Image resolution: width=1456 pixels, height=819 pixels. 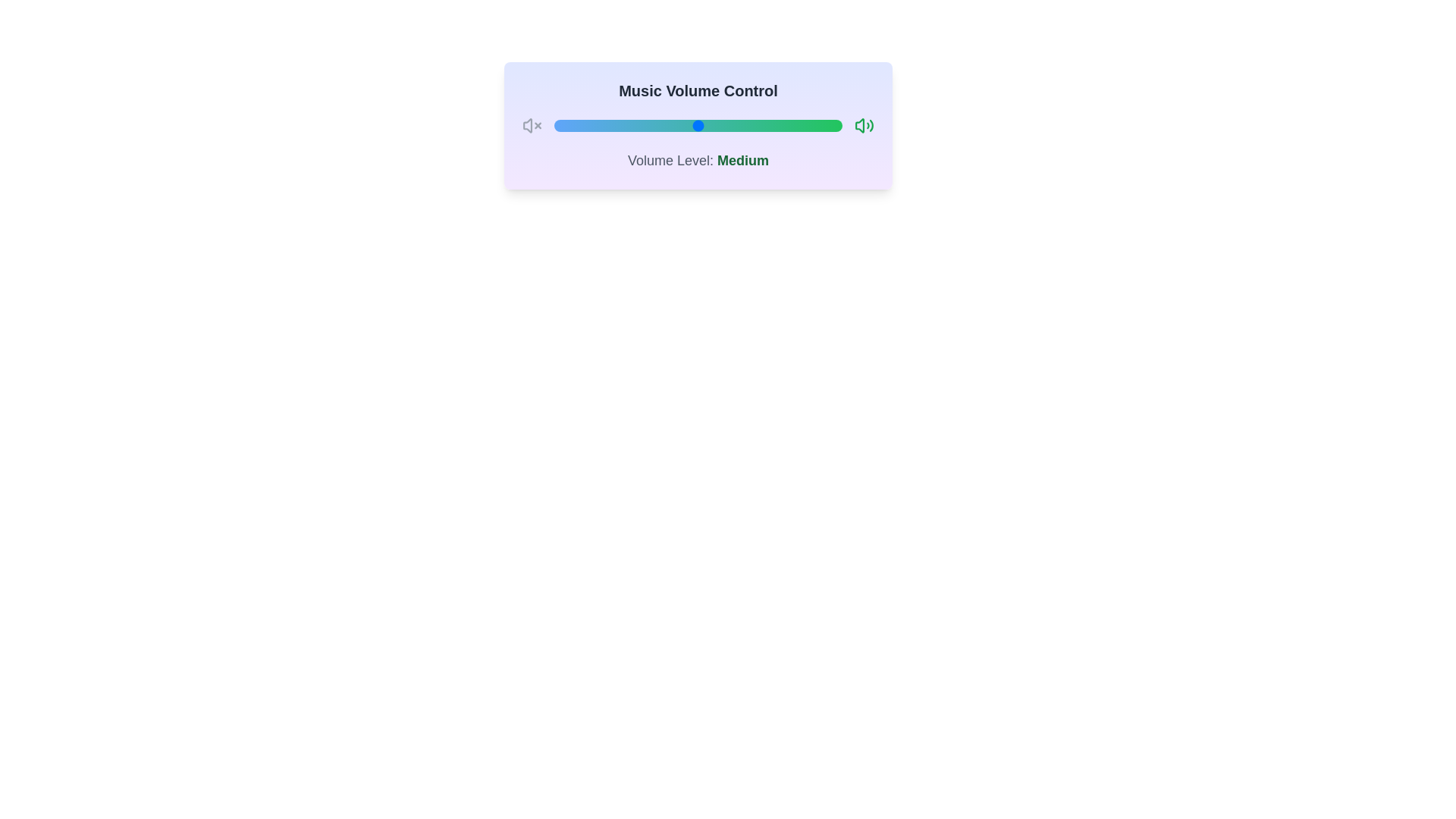 What do you see at coordinates (674, 124) in the screenshot?
I see `the volume to 42 by interacting with the slider` at bounding box center [674, 124].